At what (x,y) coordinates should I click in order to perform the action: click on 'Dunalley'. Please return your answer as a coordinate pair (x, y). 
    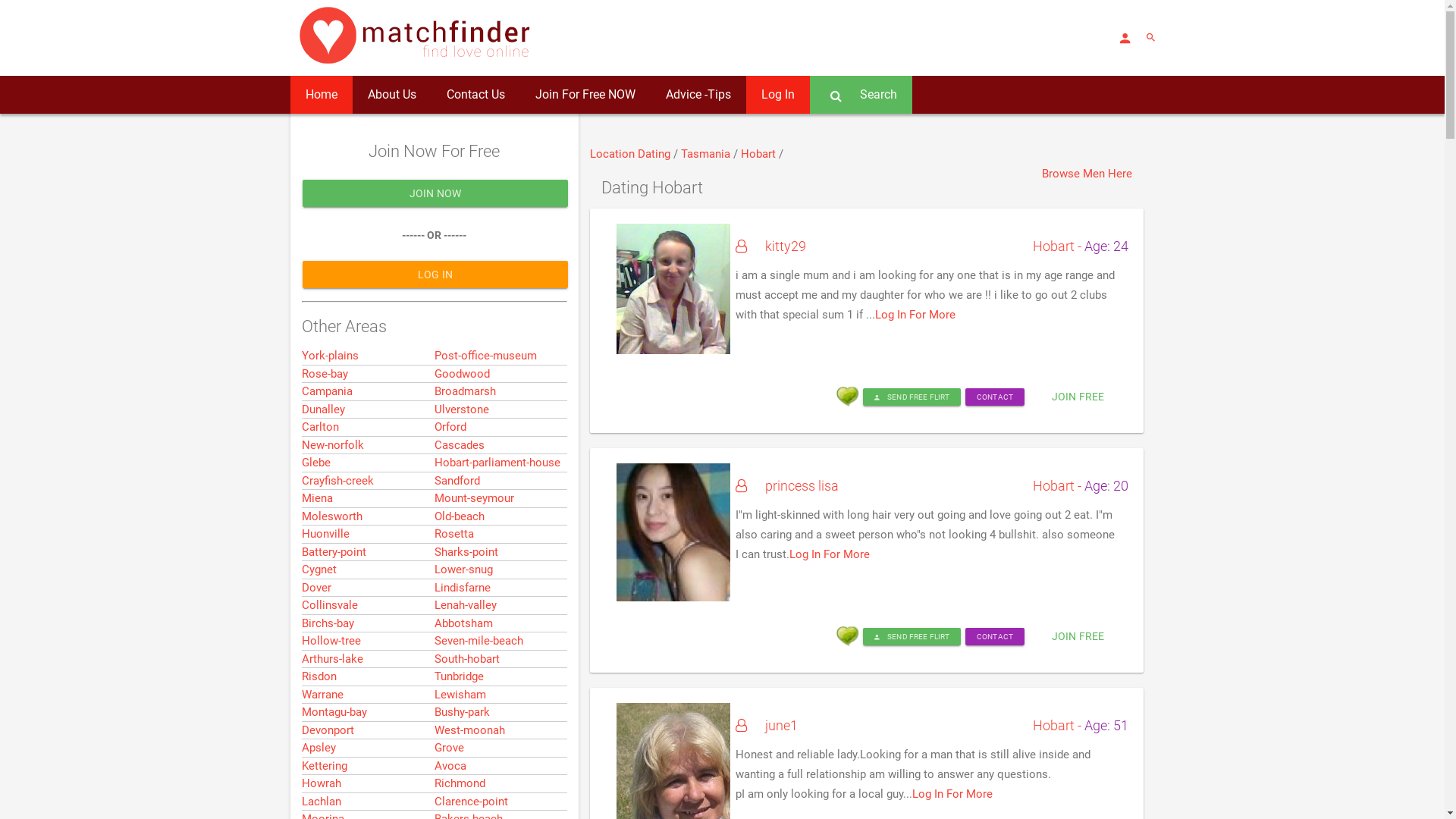
    Looking at the image, I should click on (322, 409).